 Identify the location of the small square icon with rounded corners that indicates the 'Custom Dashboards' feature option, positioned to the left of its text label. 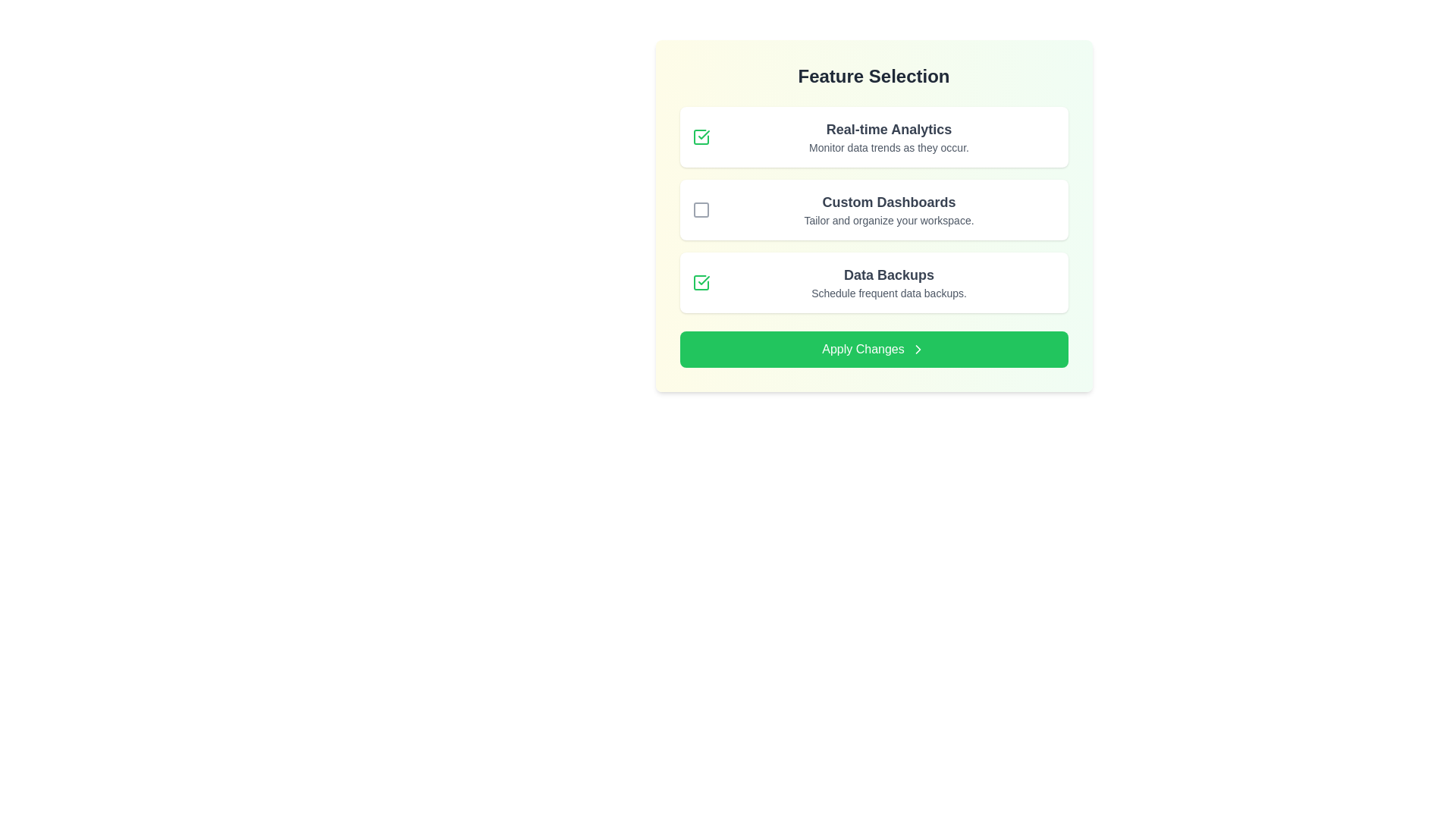
(700, 210).